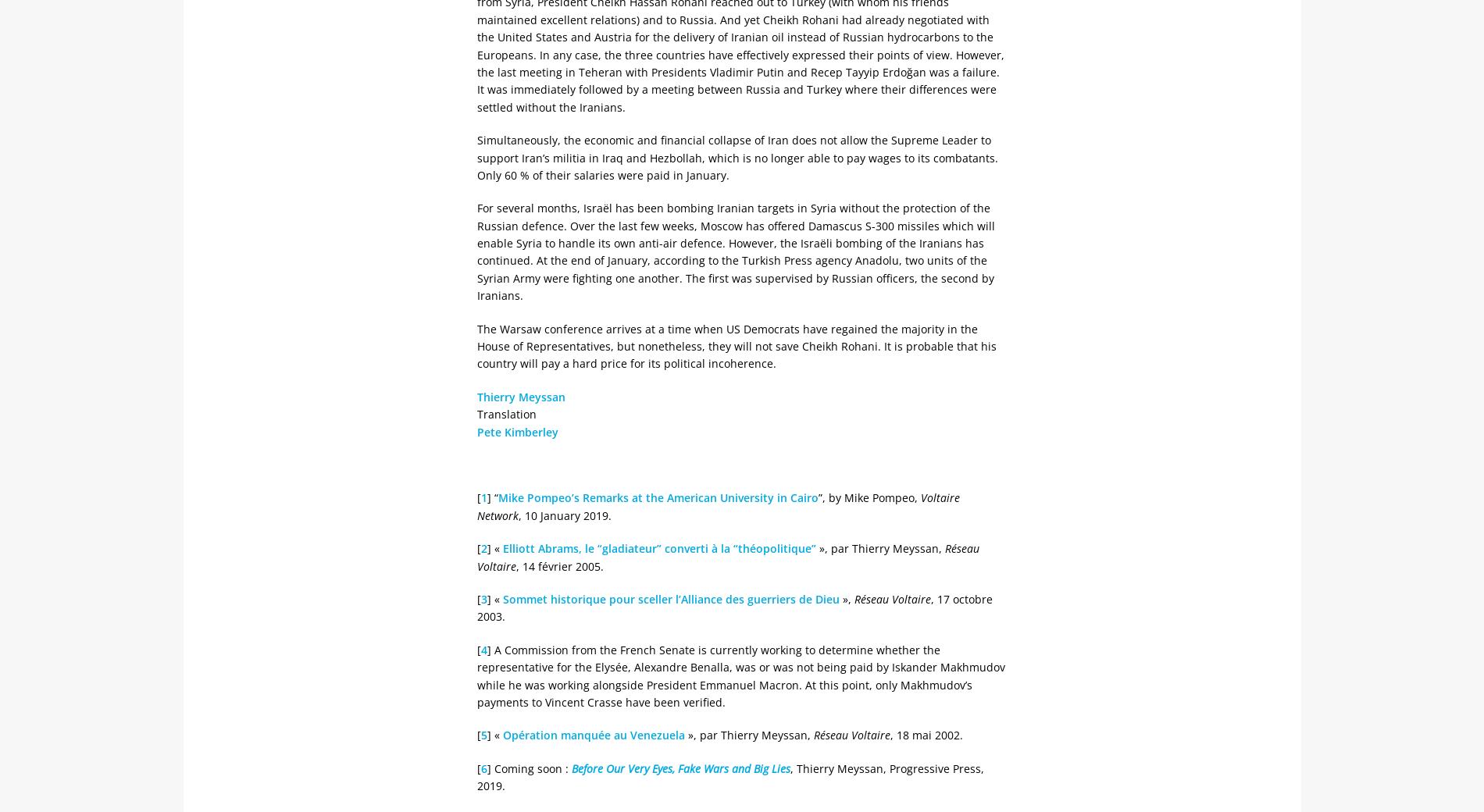  Describe the element at coordinates (483, 548) in the screenshot. I see `'2'` at that location.